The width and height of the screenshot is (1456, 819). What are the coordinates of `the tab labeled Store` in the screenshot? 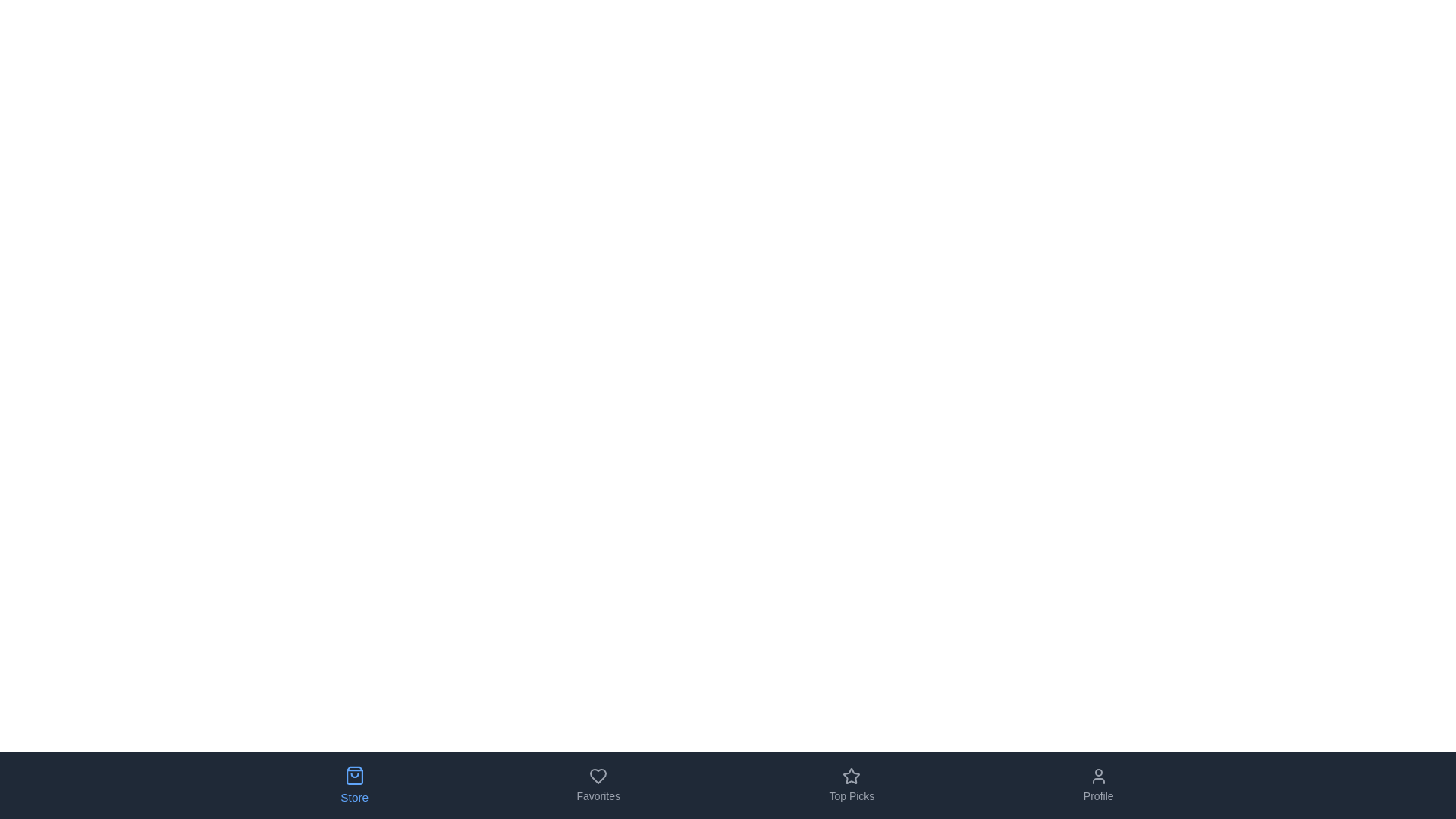 It's located at (354, 785).